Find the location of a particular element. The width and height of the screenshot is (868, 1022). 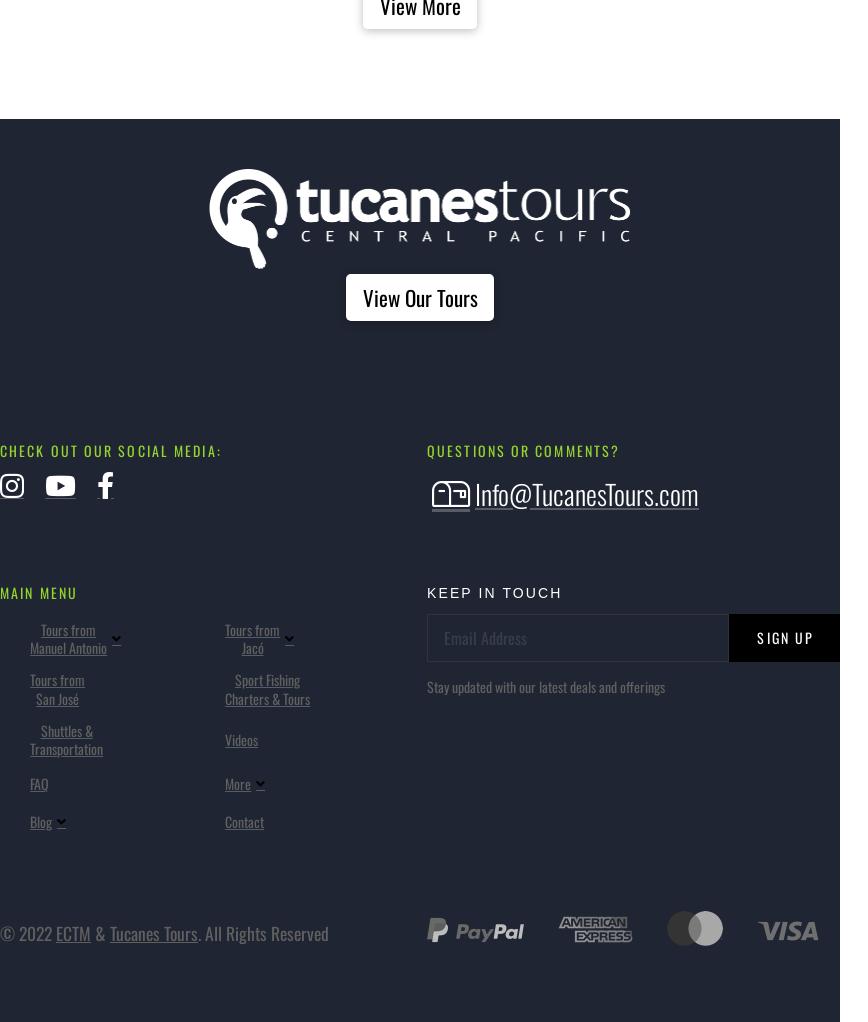

'Charters & Tours' is located at coordinates (267, 697).